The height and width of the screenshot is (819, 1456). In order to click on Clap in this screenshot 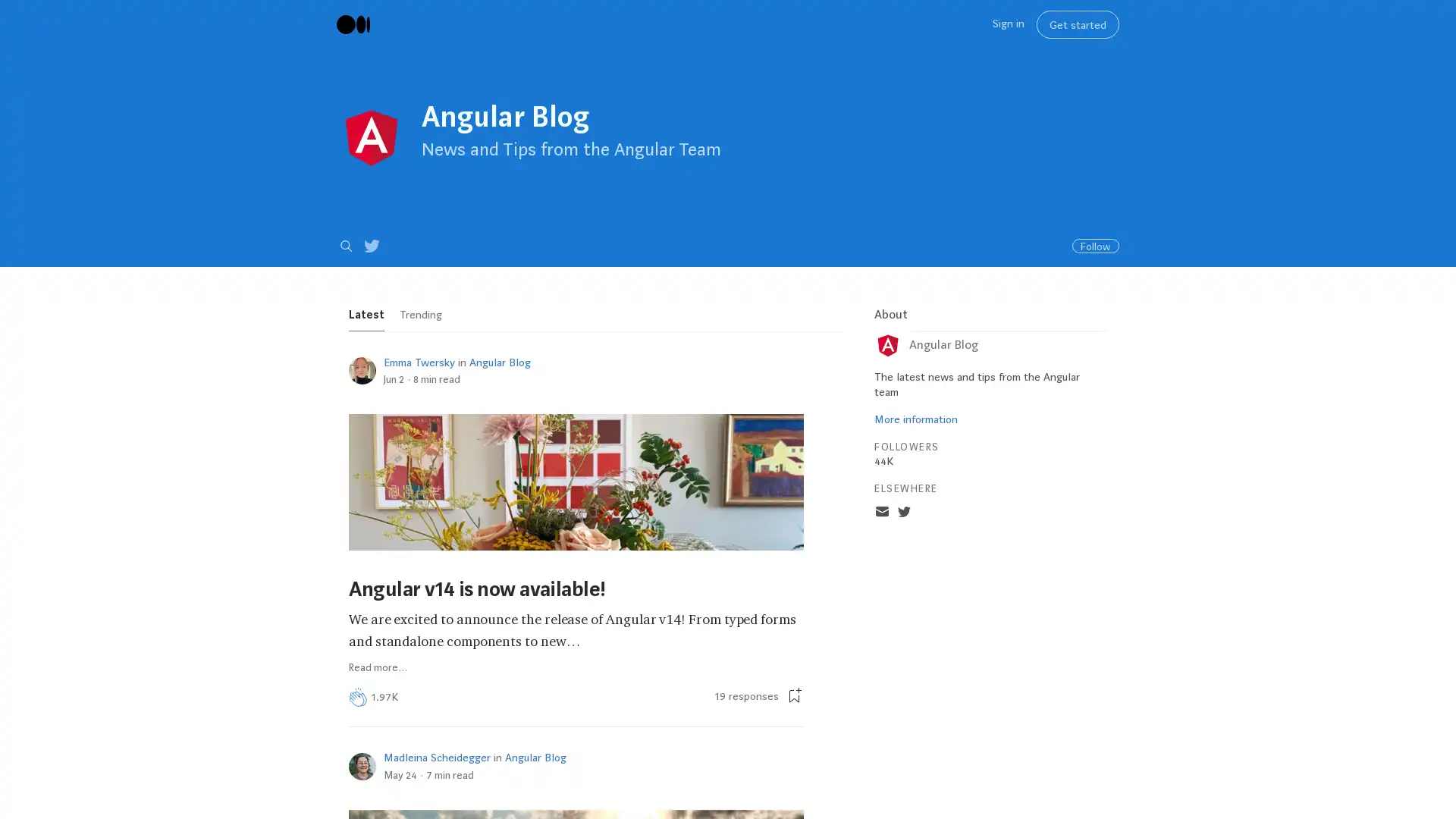, I will do `click(357, 698)`.